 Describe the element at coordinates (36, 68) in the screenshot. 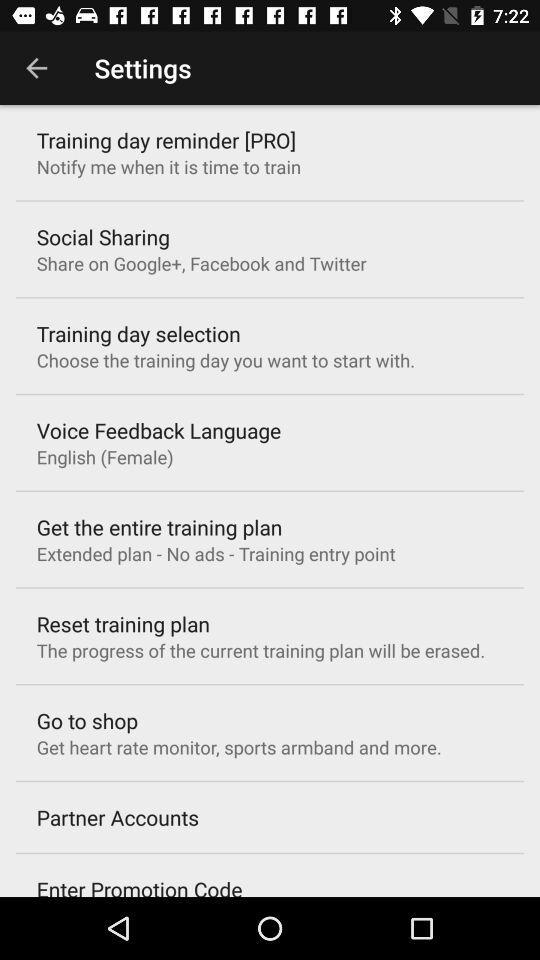

I see `item above the training day reminder icon` at that location.